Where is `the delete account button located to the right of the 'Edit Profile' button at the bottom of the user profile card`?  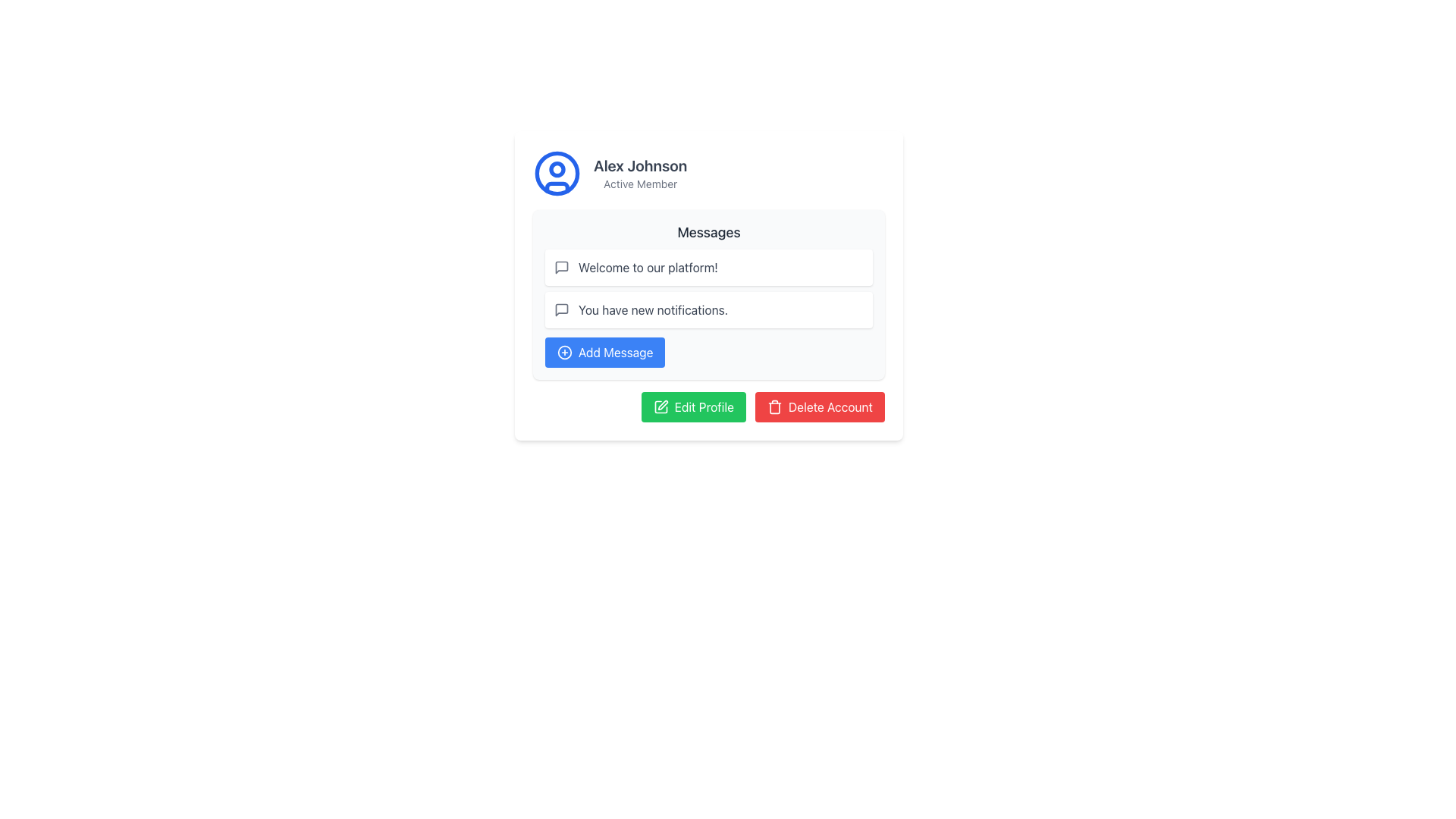
the delete account button located to the right of the 'Edit Profile' button at the bottom of the user profile card is located at coordinates (819, 406).